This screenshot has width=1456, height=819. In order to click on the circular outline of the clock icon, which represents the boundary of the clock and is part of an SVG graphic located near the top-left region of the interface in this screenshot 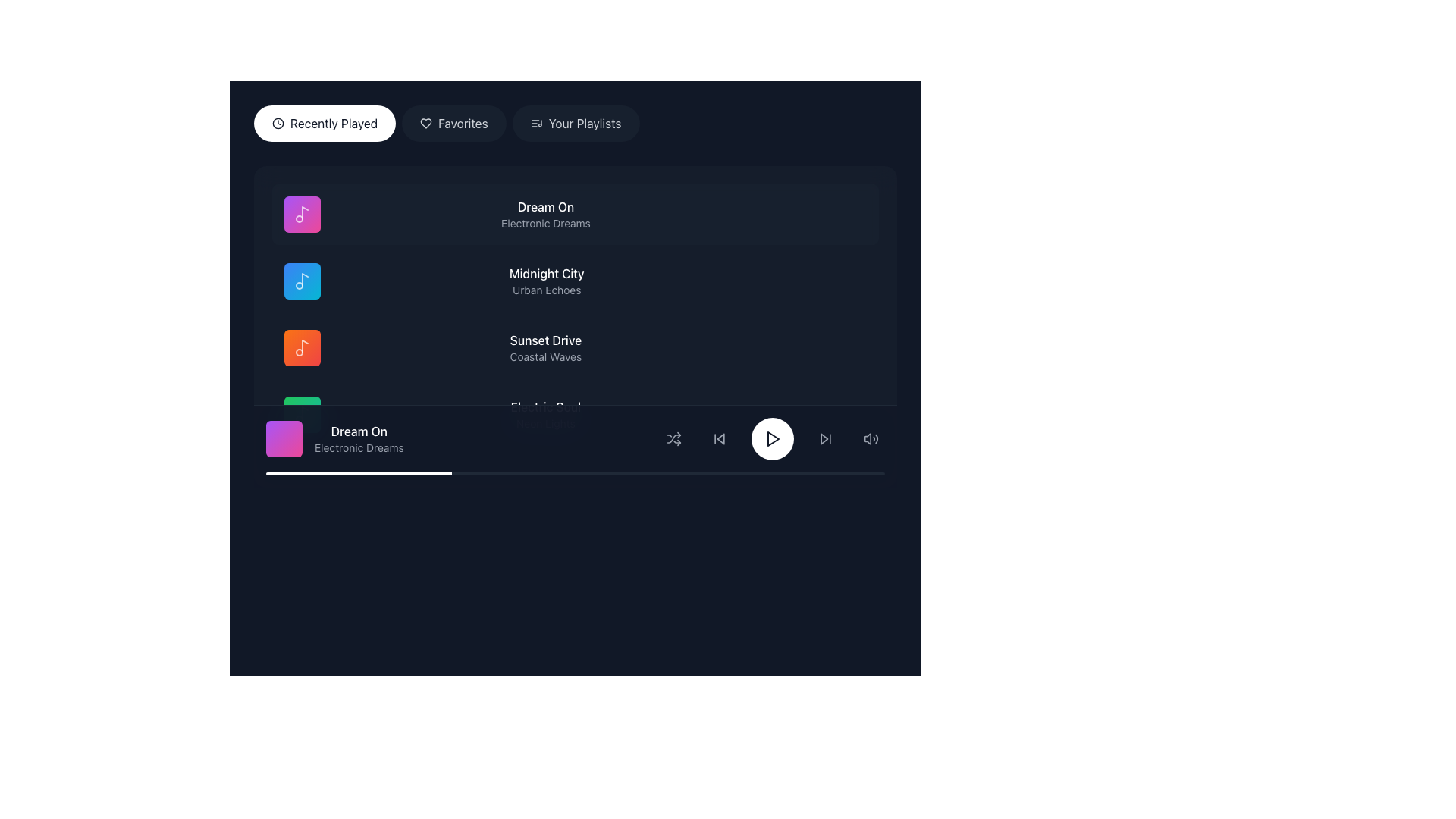, I will do `click(278, 122)`.